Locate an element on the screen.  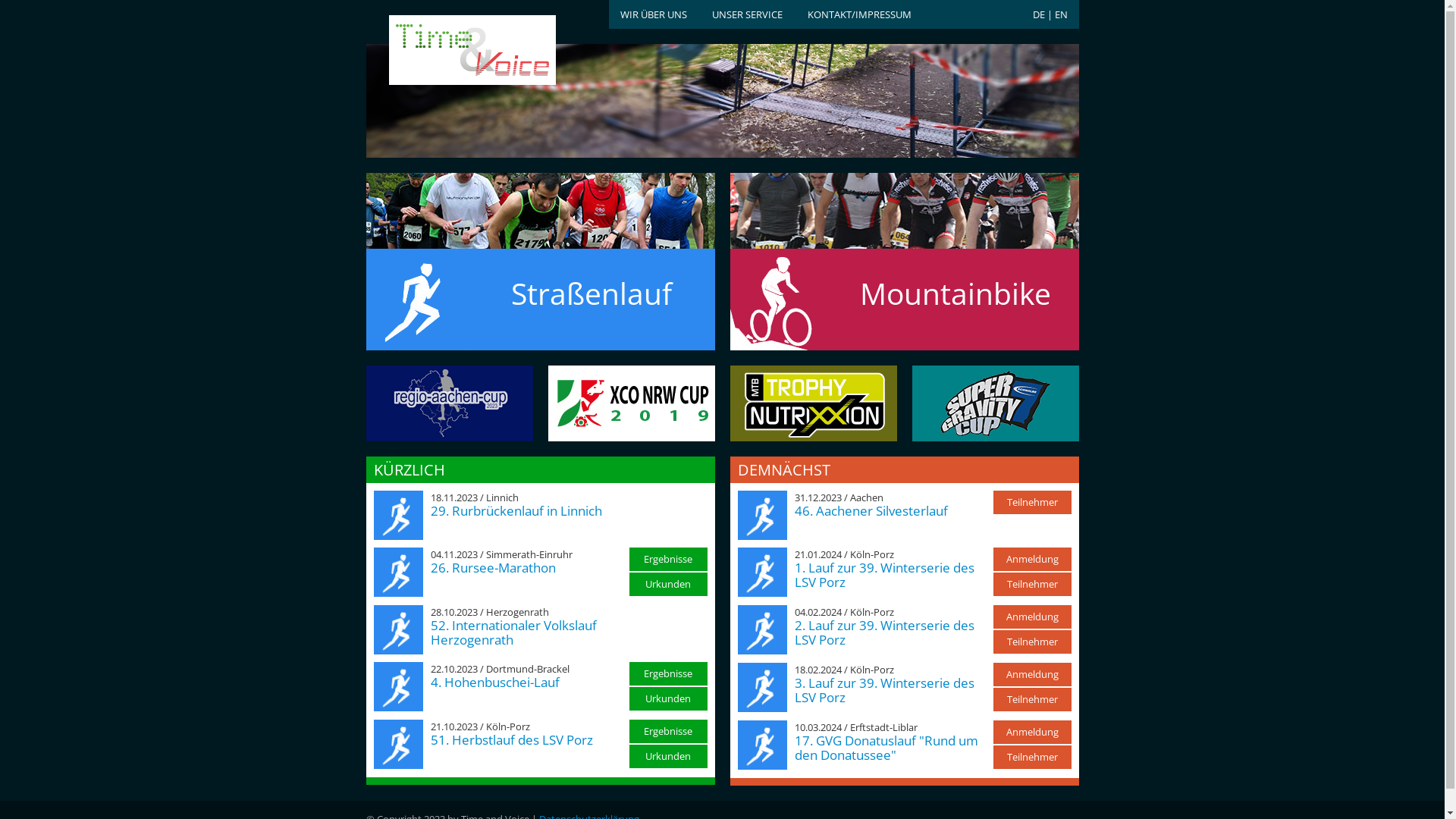
'2. Lauf zur 39. Winterserie des LSV Porz' is located at coordinates (793, 632).